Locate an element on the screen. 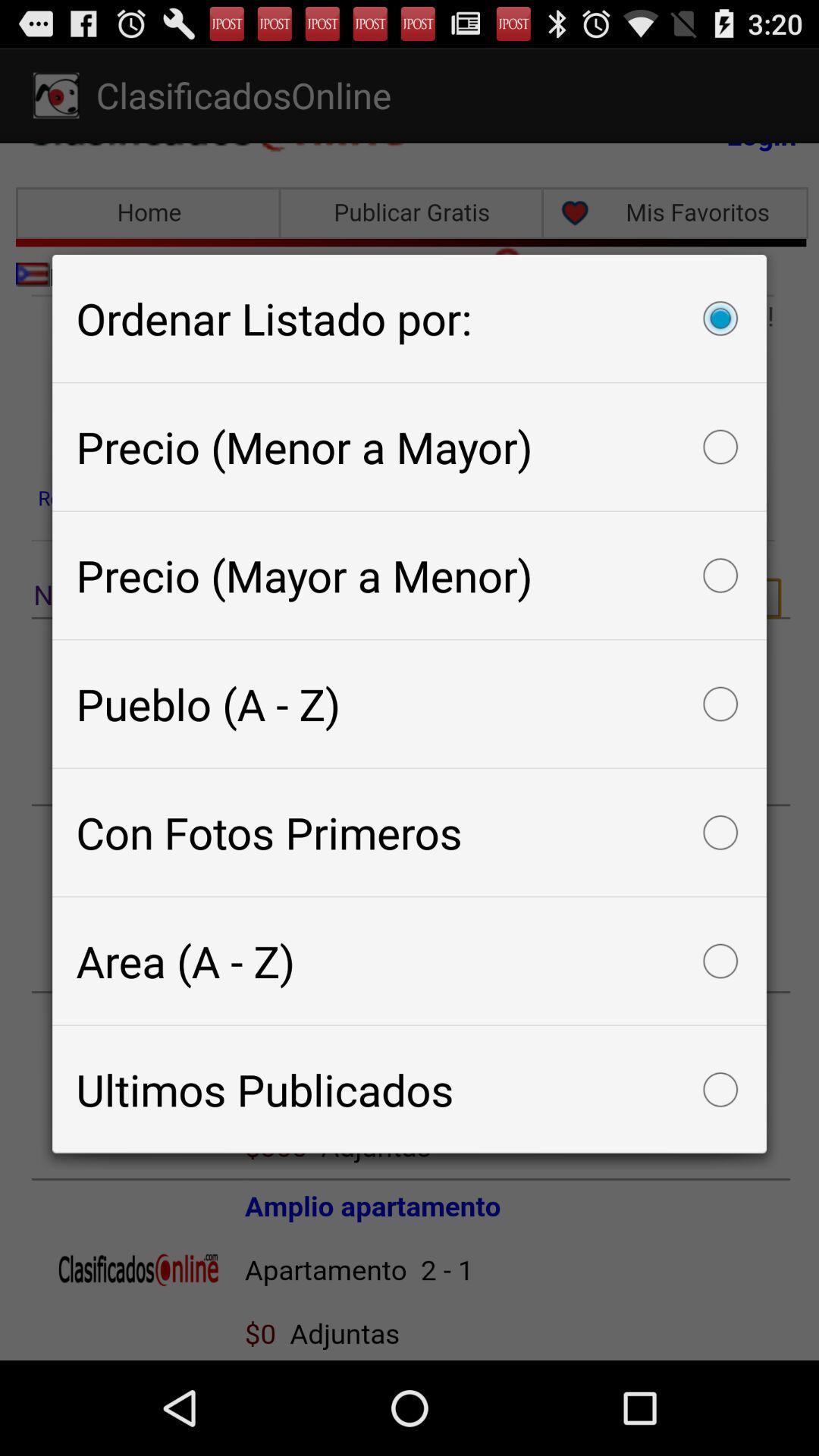  ordenar listado por: checkbox is located at coordinates (409, 317).